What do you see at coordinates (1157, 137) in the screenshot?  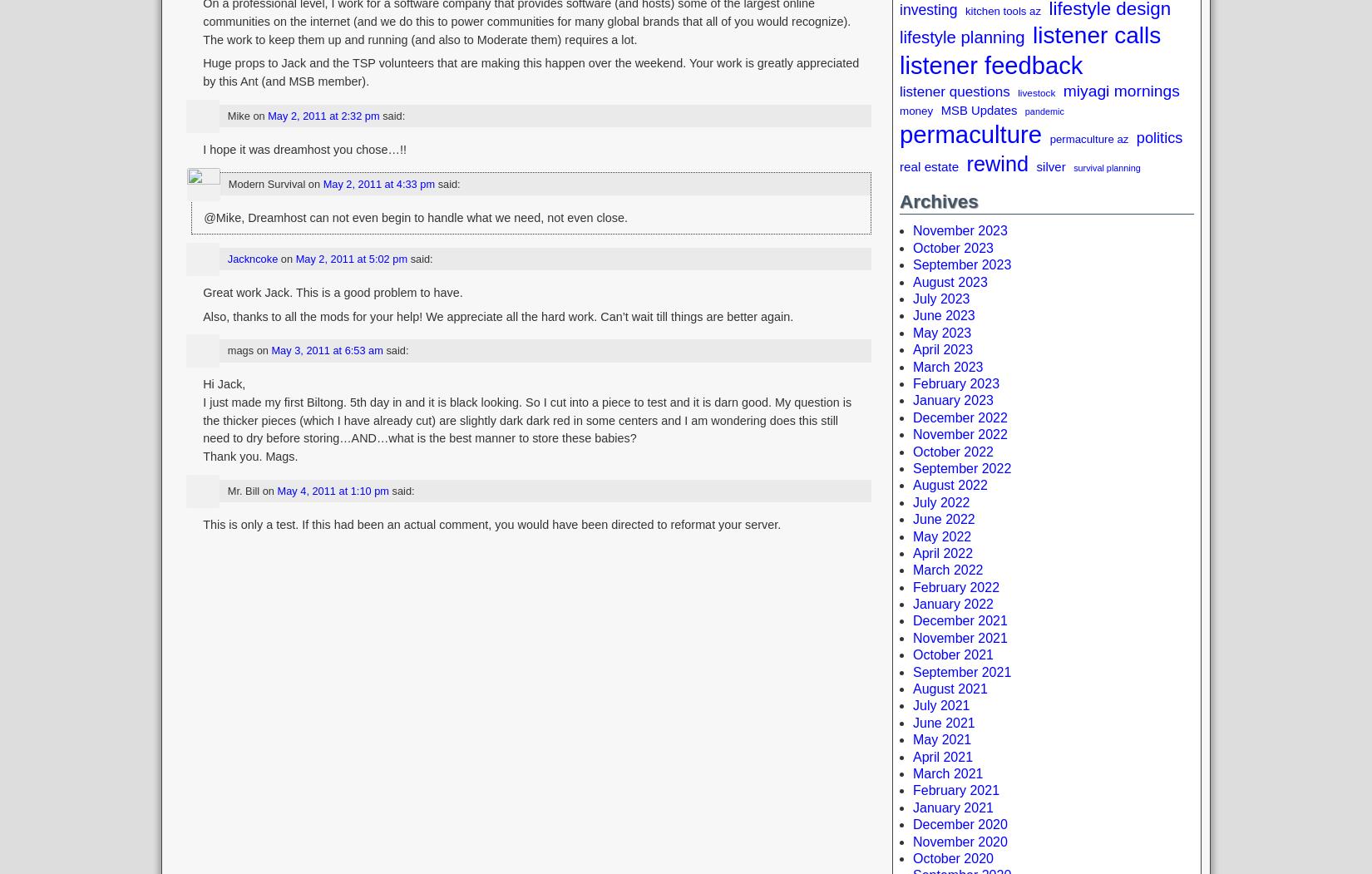 I see `'politics'` at bounding box center [1157, 137].